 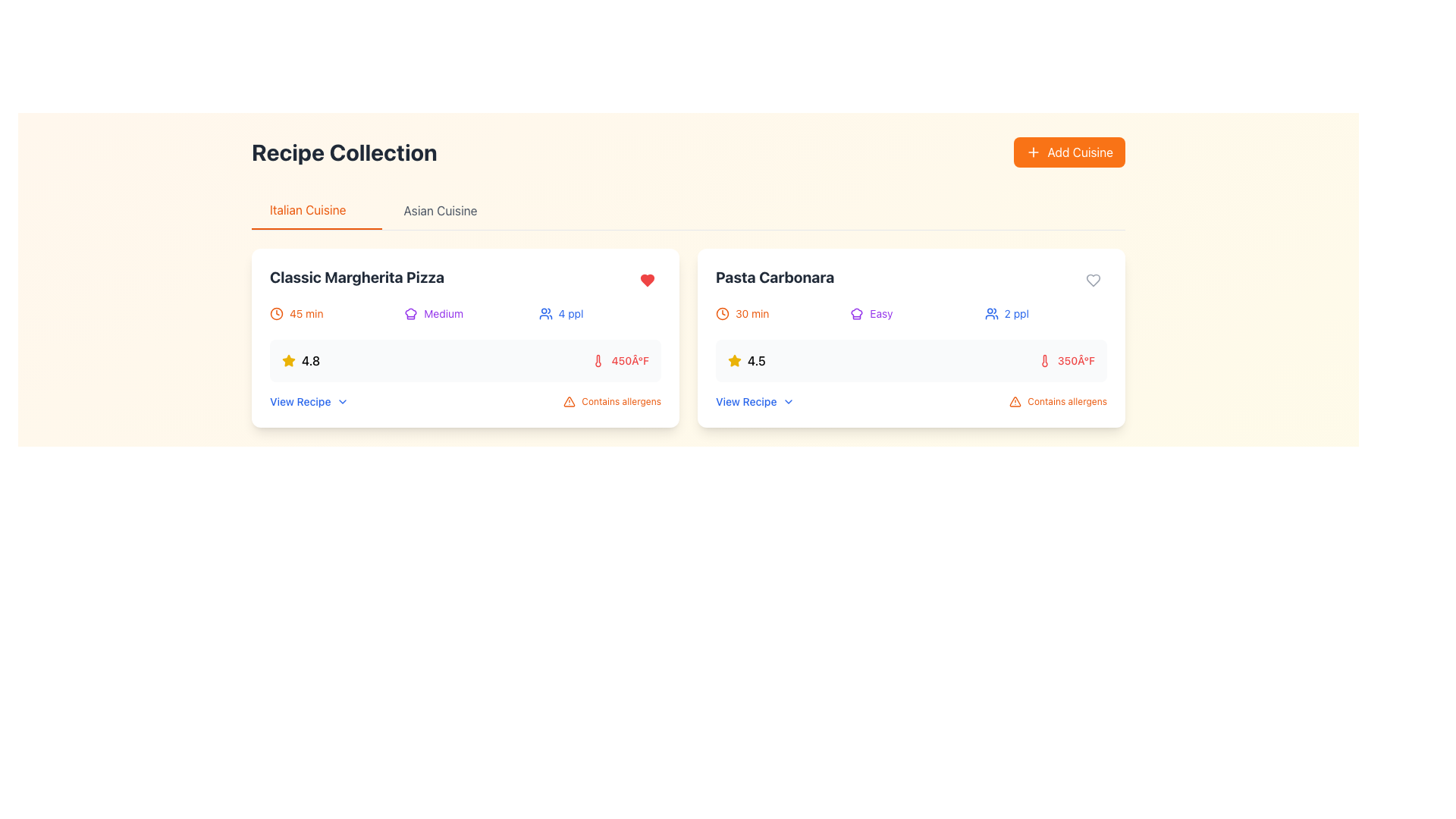 What do you see at coordinates (789, 400) in the screenshot?
I see `the downward-pointing chevron icon located to the right of the 'View Recipe' text in the 'Pasta Carbonara' card` at bounding box center [789, 400].